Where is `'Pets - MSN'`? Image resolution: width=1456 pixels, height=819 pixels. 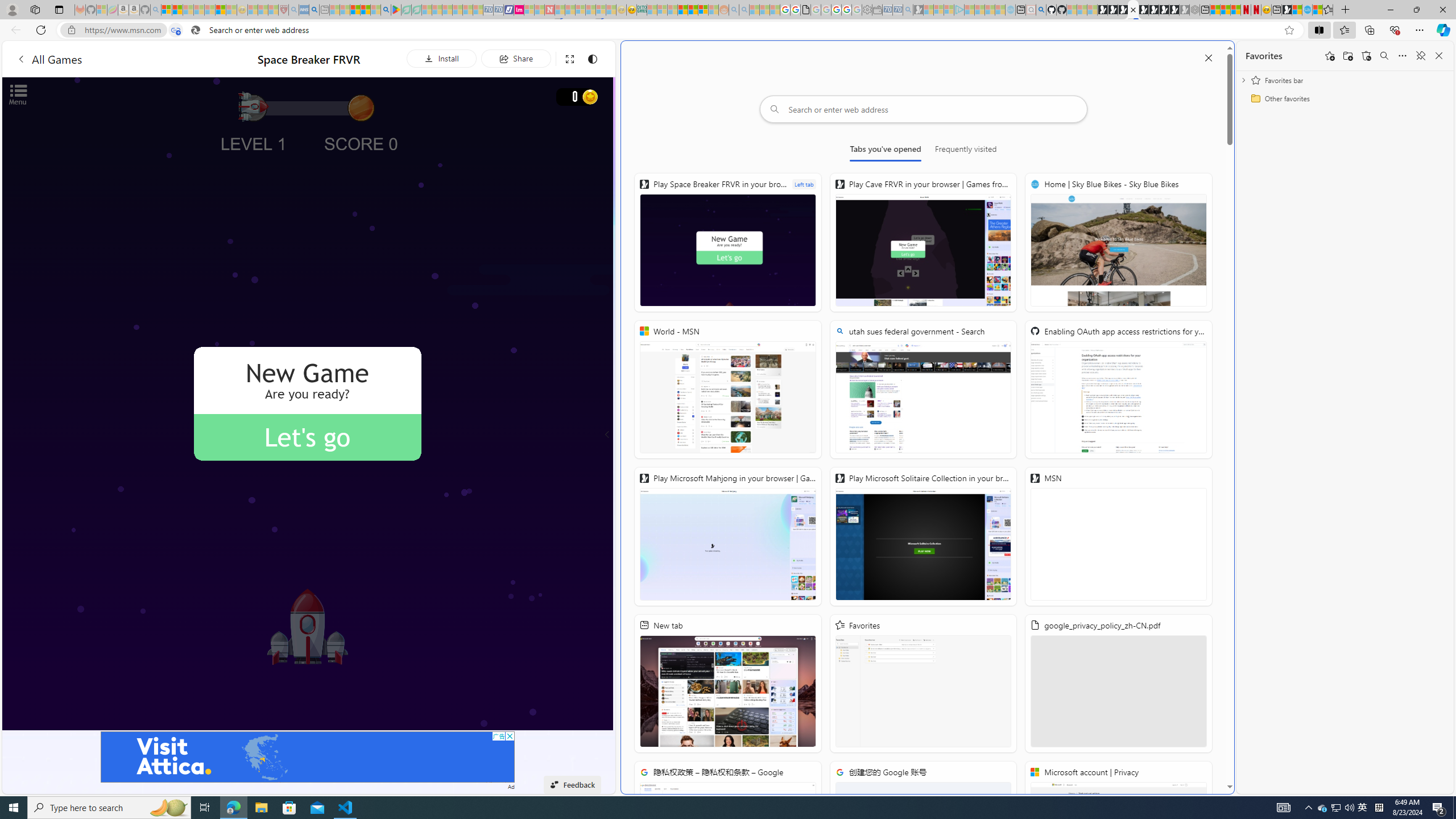
'Pets - MSN' is located at coordinates (365, 9).